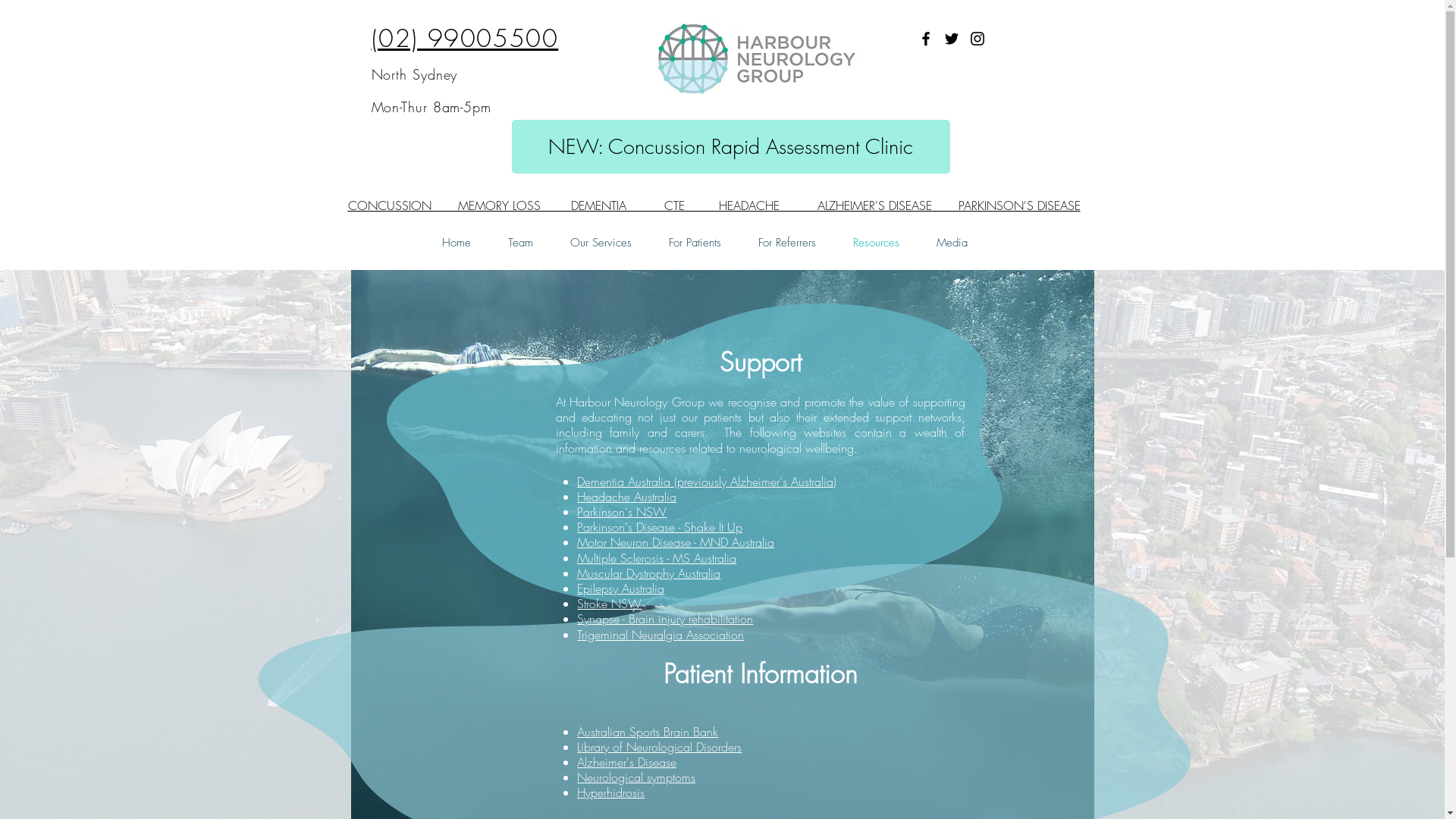 This screenshot has width=1456, height=819. I want to click on 'Australian Sports Brain Bank', so click(648, 730).